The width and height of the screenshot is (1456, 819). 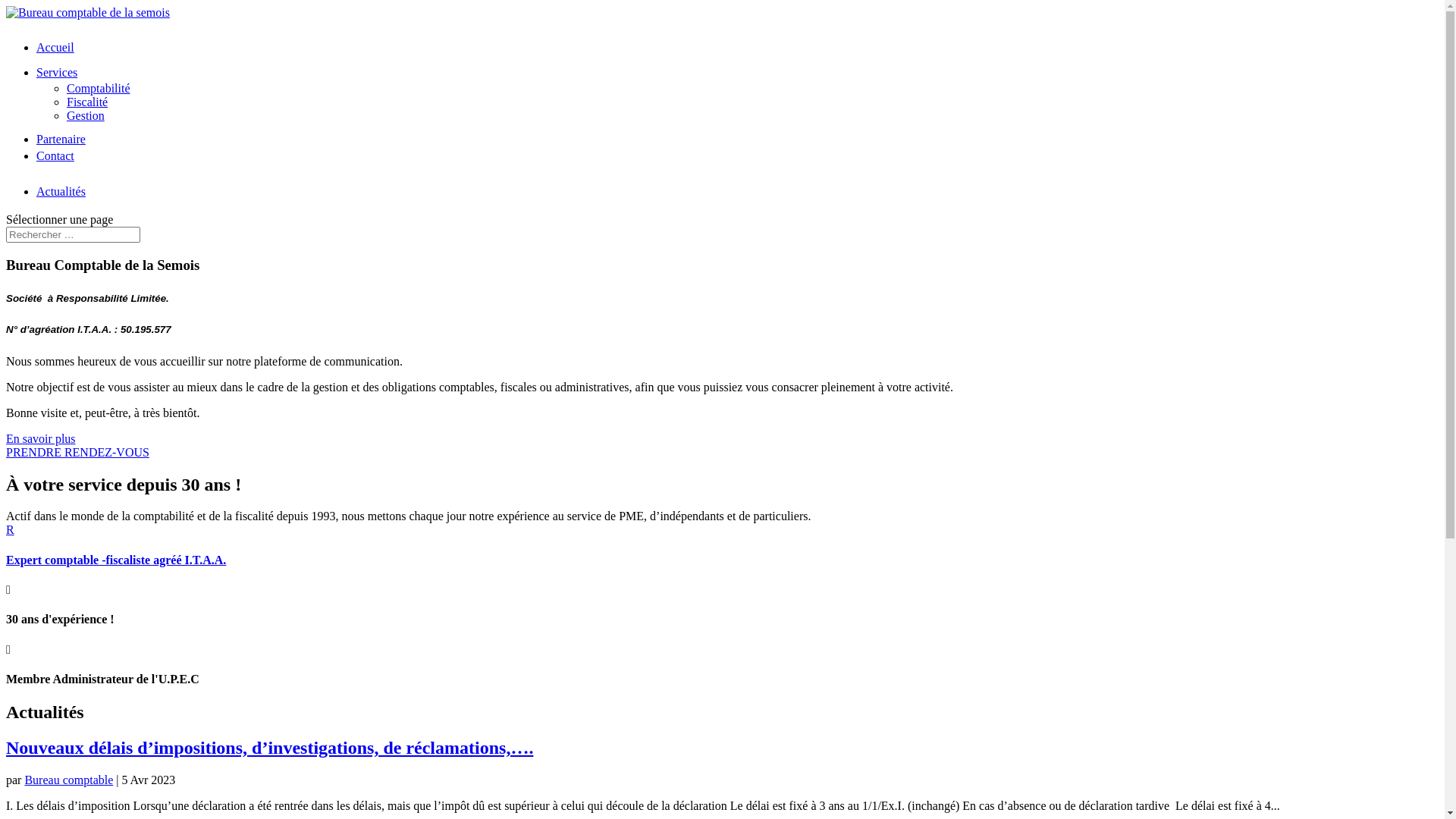 I want to click on 'Partenaire', so click(x=36, y=139).